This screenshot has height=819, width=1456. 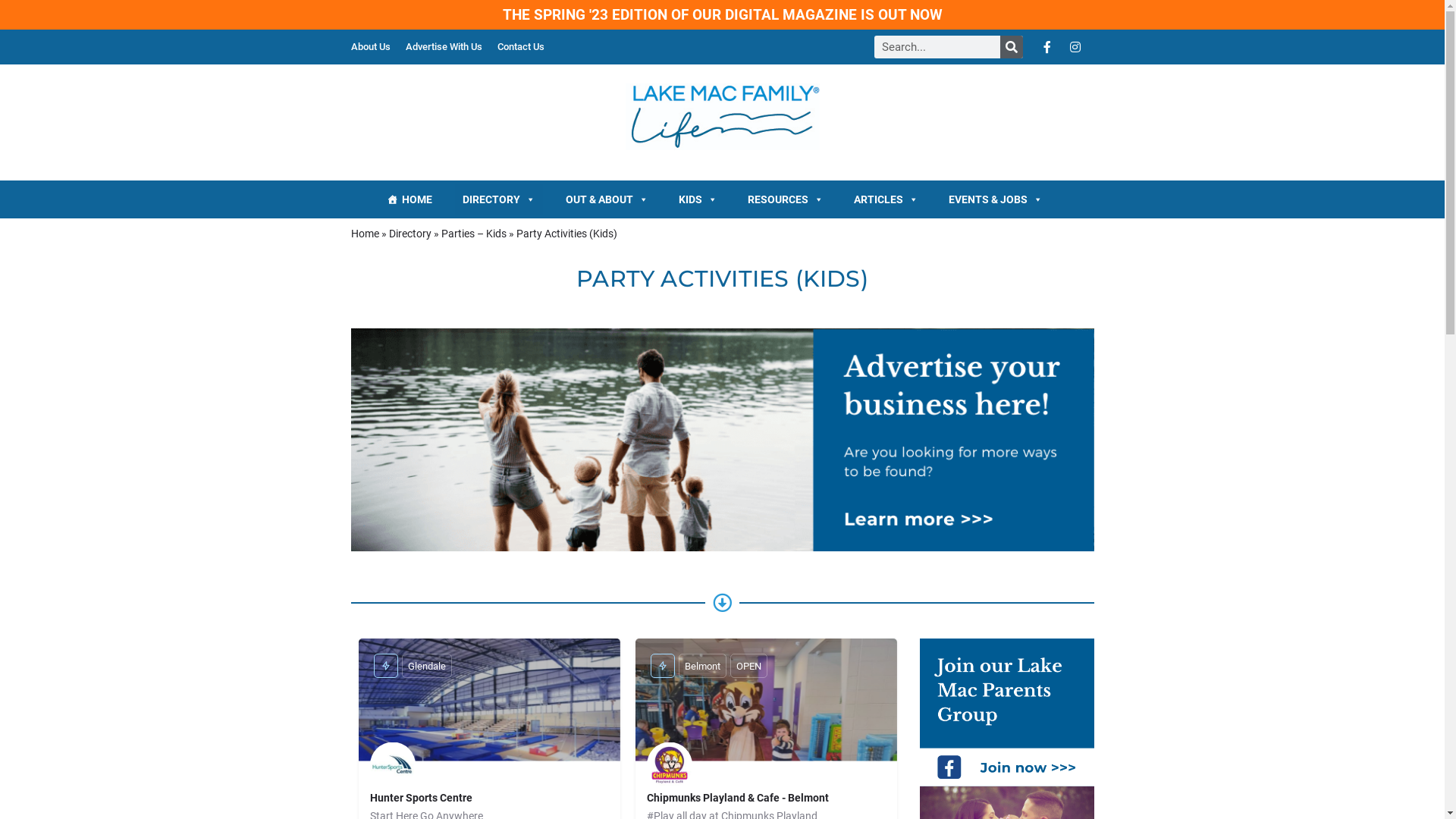 What do you see at coordinates (364, 234) in the screenshot?
I see `'Home'` at bounding box center [364, 234].